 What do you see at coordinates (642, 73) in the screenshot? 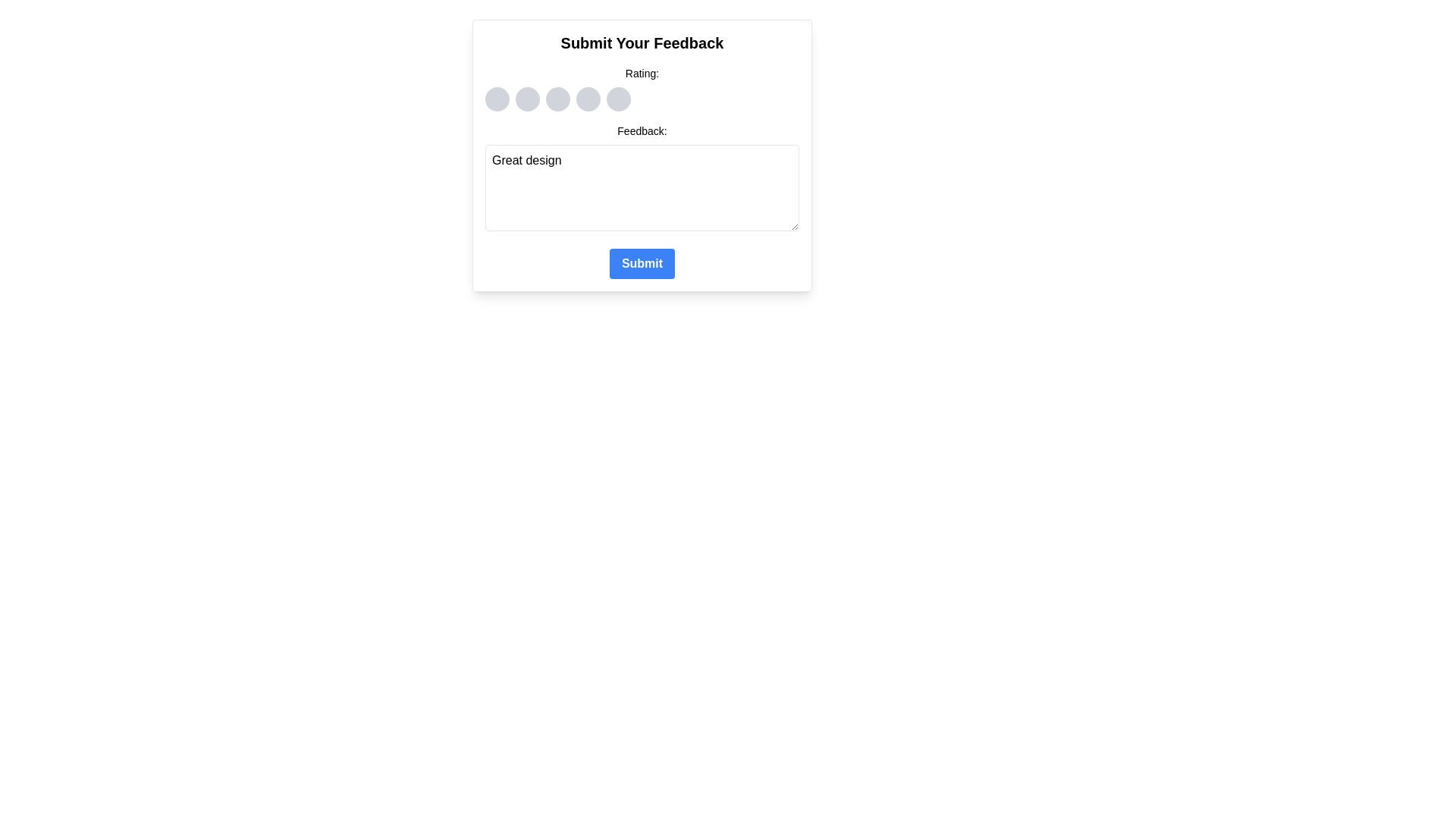
I see `descriptive text label located above the set of five circular rating icons in the form` at bounding box center [642, 73].